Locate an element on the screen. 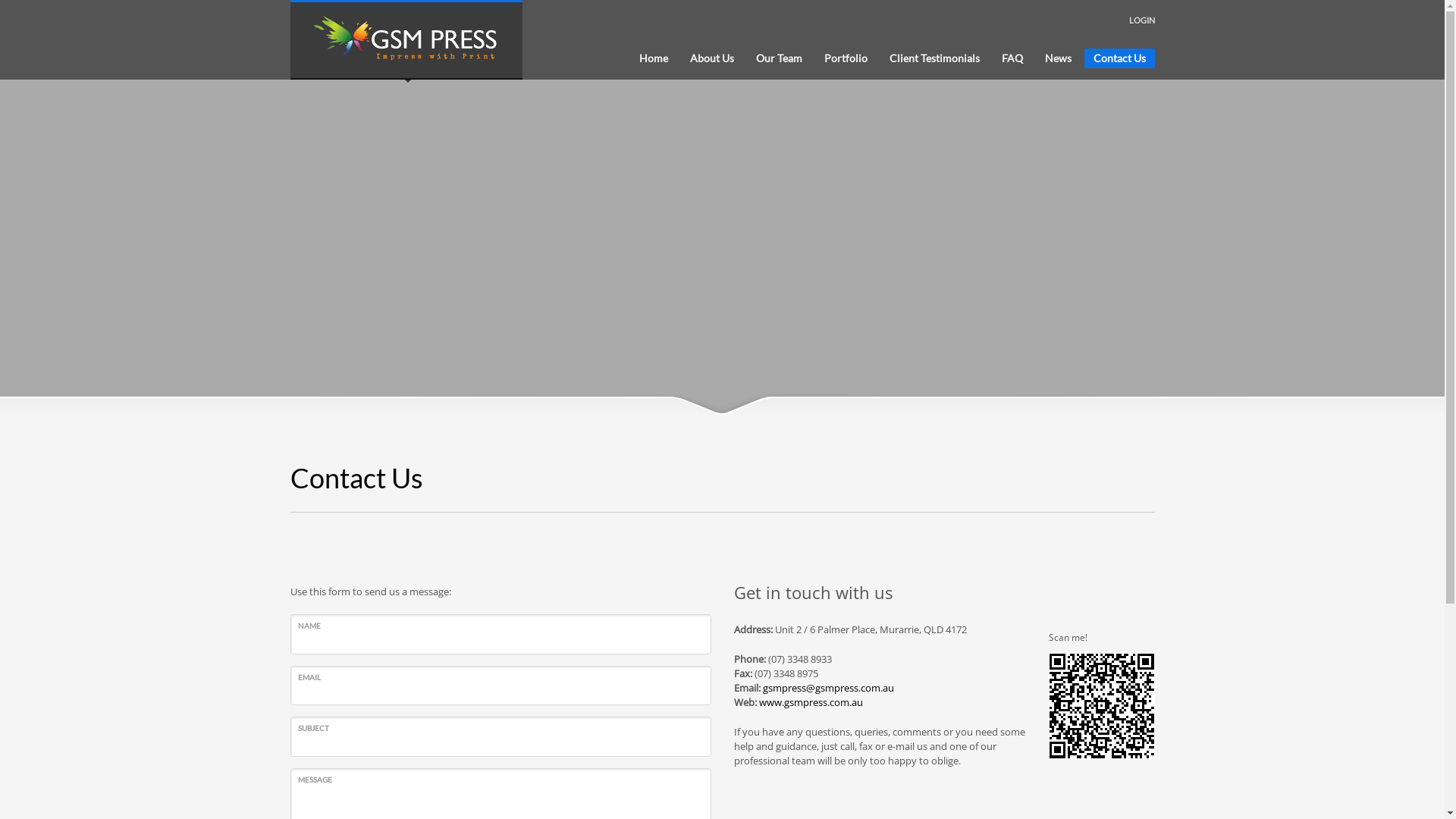 The width and height of the screenshot is (1456, 819). 'News' is located at coordinates (1035, 58).